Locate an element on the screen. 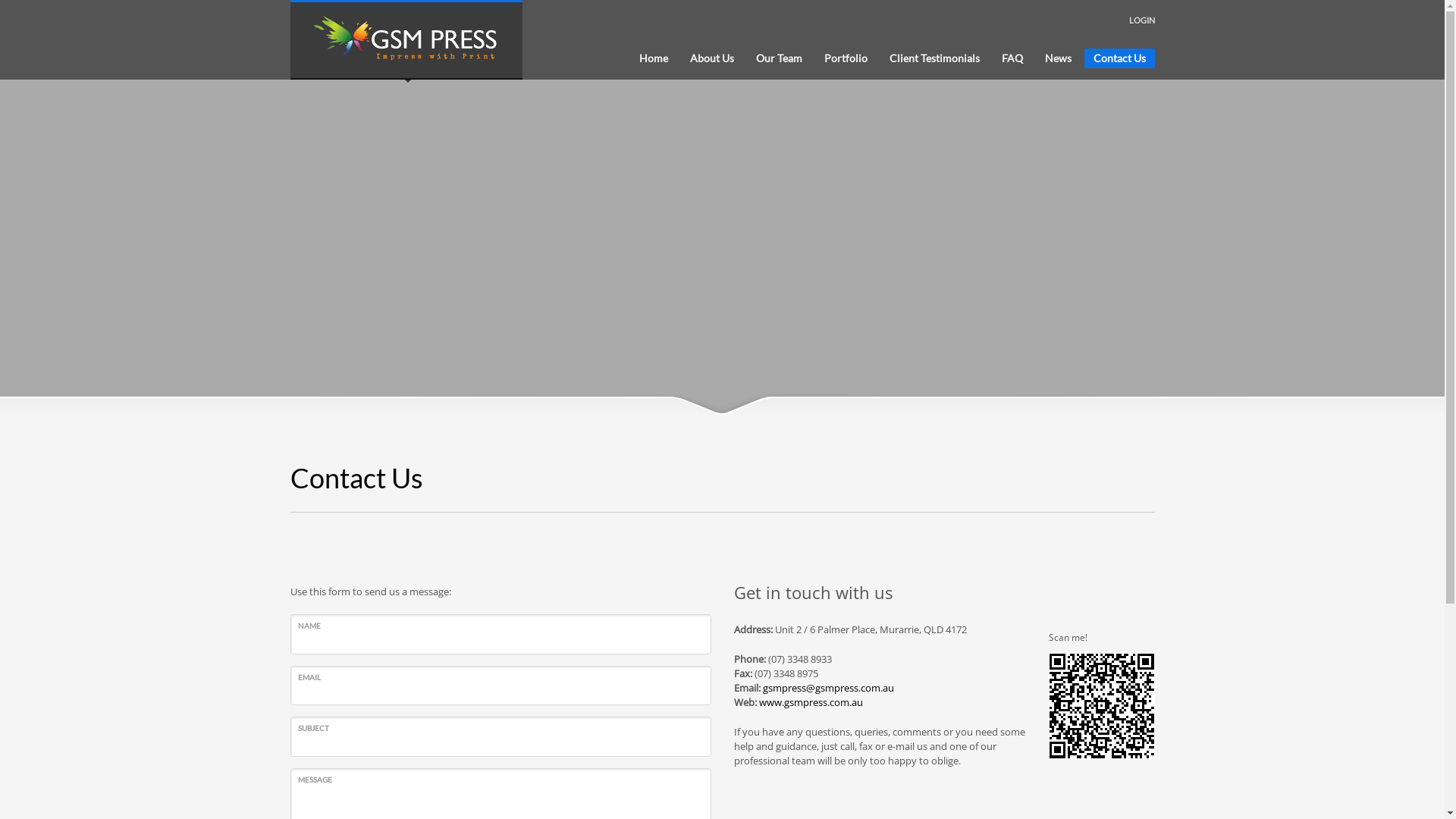 The width and height of the screenshot is (1456, 819). 'News' is located at coordinates (1035, 58).